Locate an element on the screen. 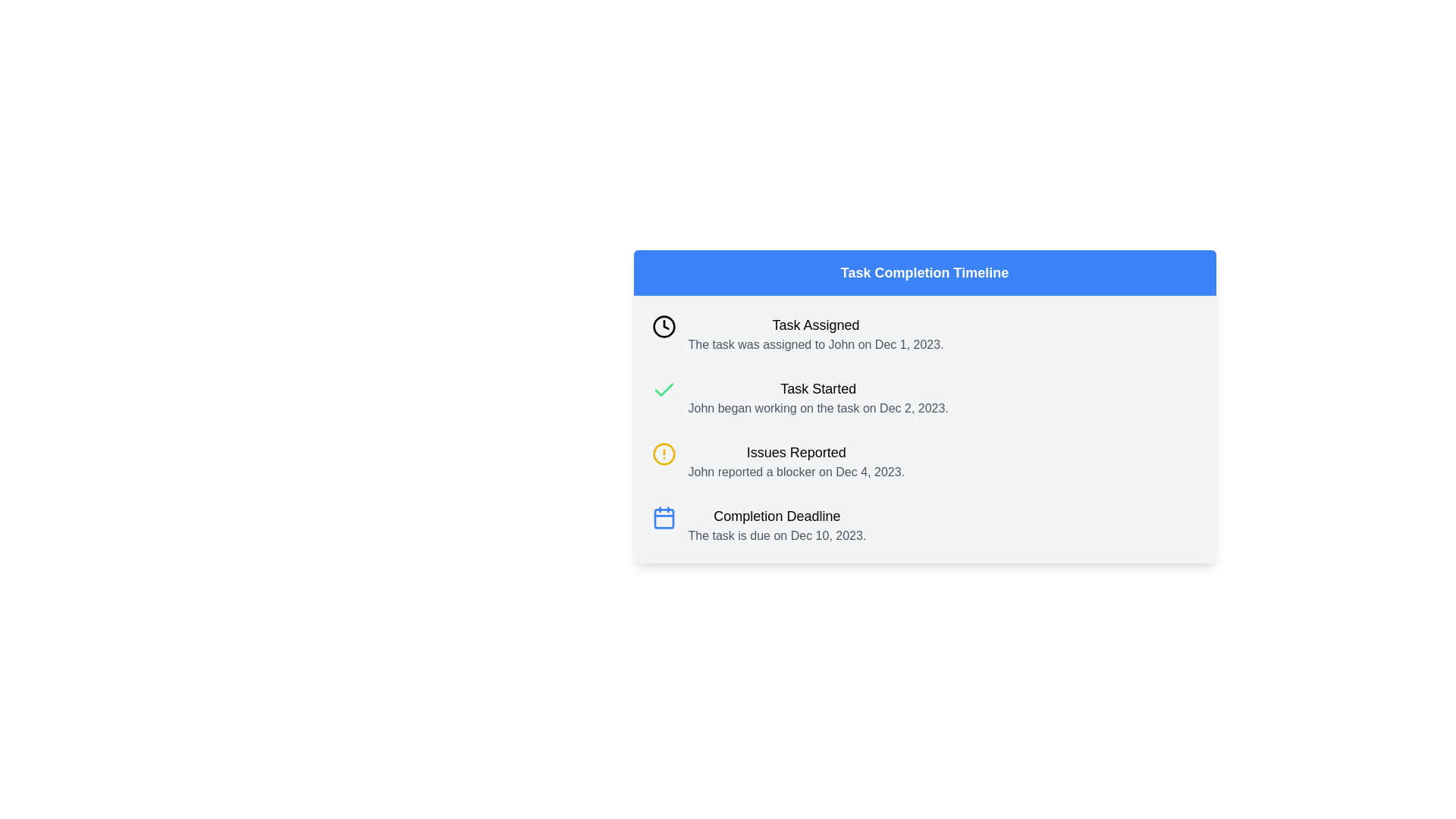 This screenshot has height=819, width=1456. the 'Task Assigned' icon located in the first row of the 'Task Completion Timeline' section, which visually indicates that a task has been assigned is located at coordinates (664, 326).